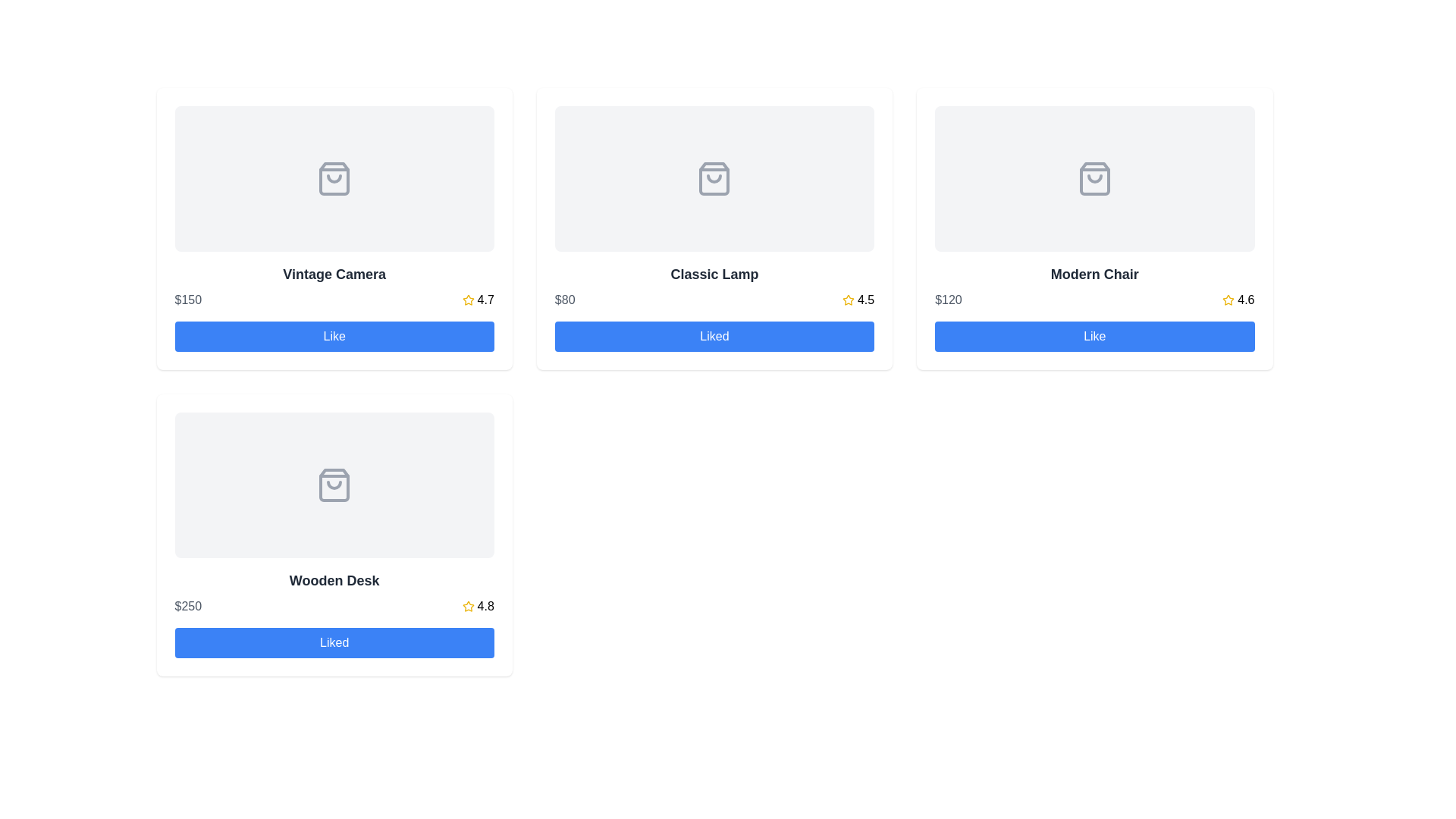  Describe the element at coordinates (847, 300) in the screenshot. I see `the stylized yellow star icon representing ratings for the 'Classic Lamp', located to the right of the product name and aligned with the rating '4.5'` at that location.